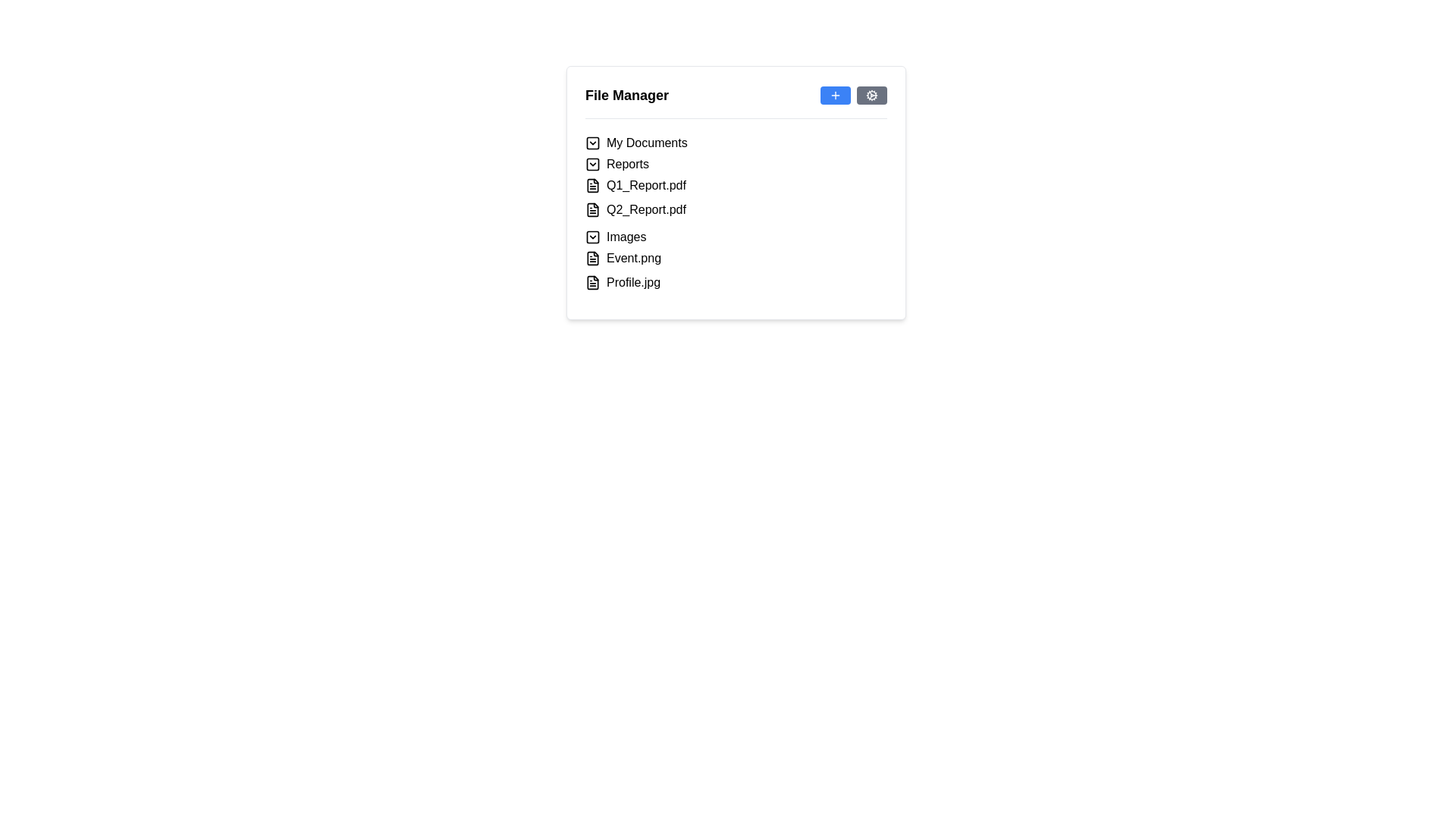 The height and width of the screenshot is (819, 1456). What do you see at coordinates (736, 143) in the screenshot?
I see `the 'My Documents' collapsible folder item, which is the first item in the hierarchical list of the 'File Manager' component` at bounding box center [736, 143].